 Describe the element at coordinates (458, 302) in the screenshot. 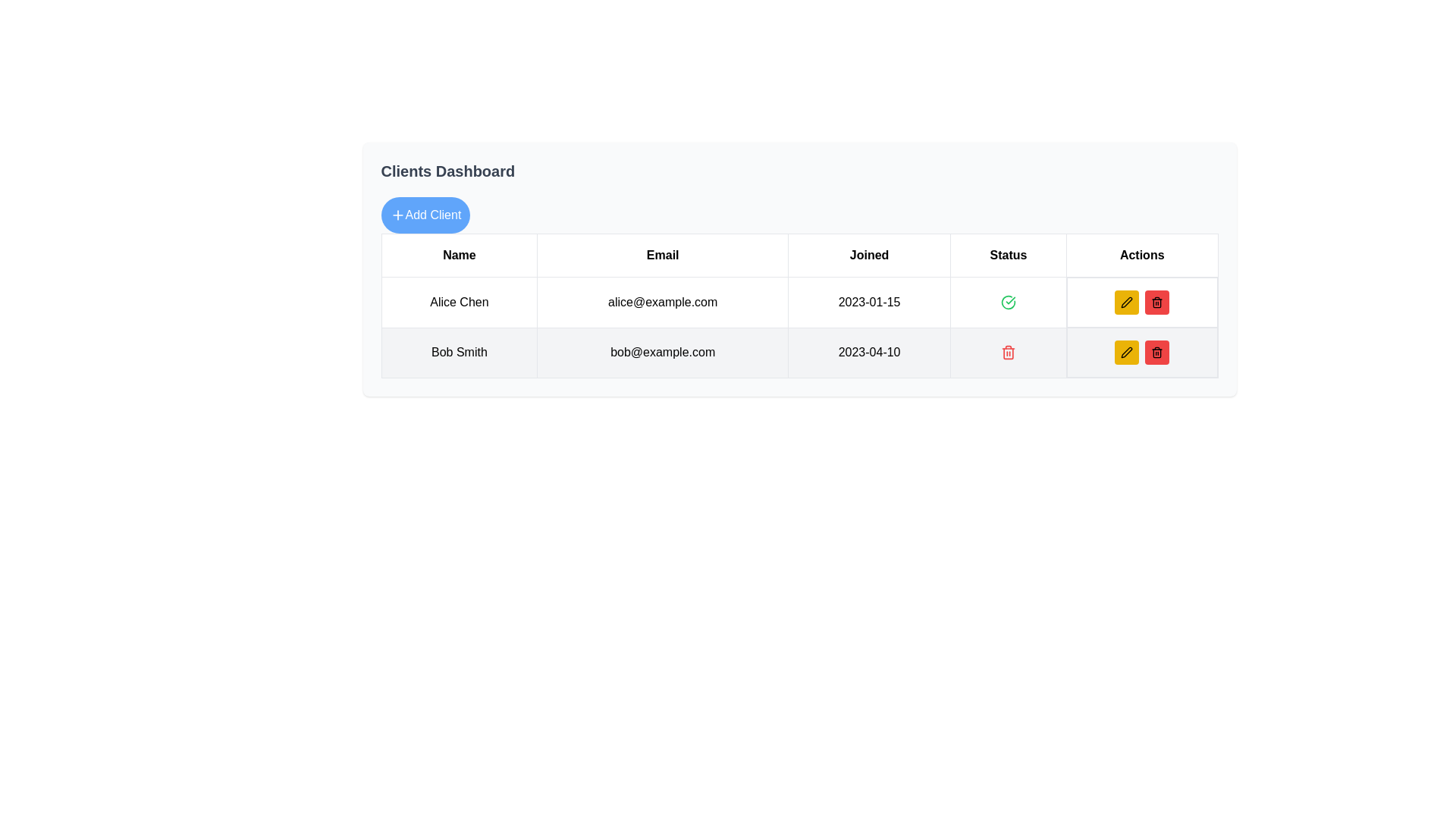

I see `the content of the text display block showing 'Alice Chen' in the second row, first column of the dashboard table` at that location.